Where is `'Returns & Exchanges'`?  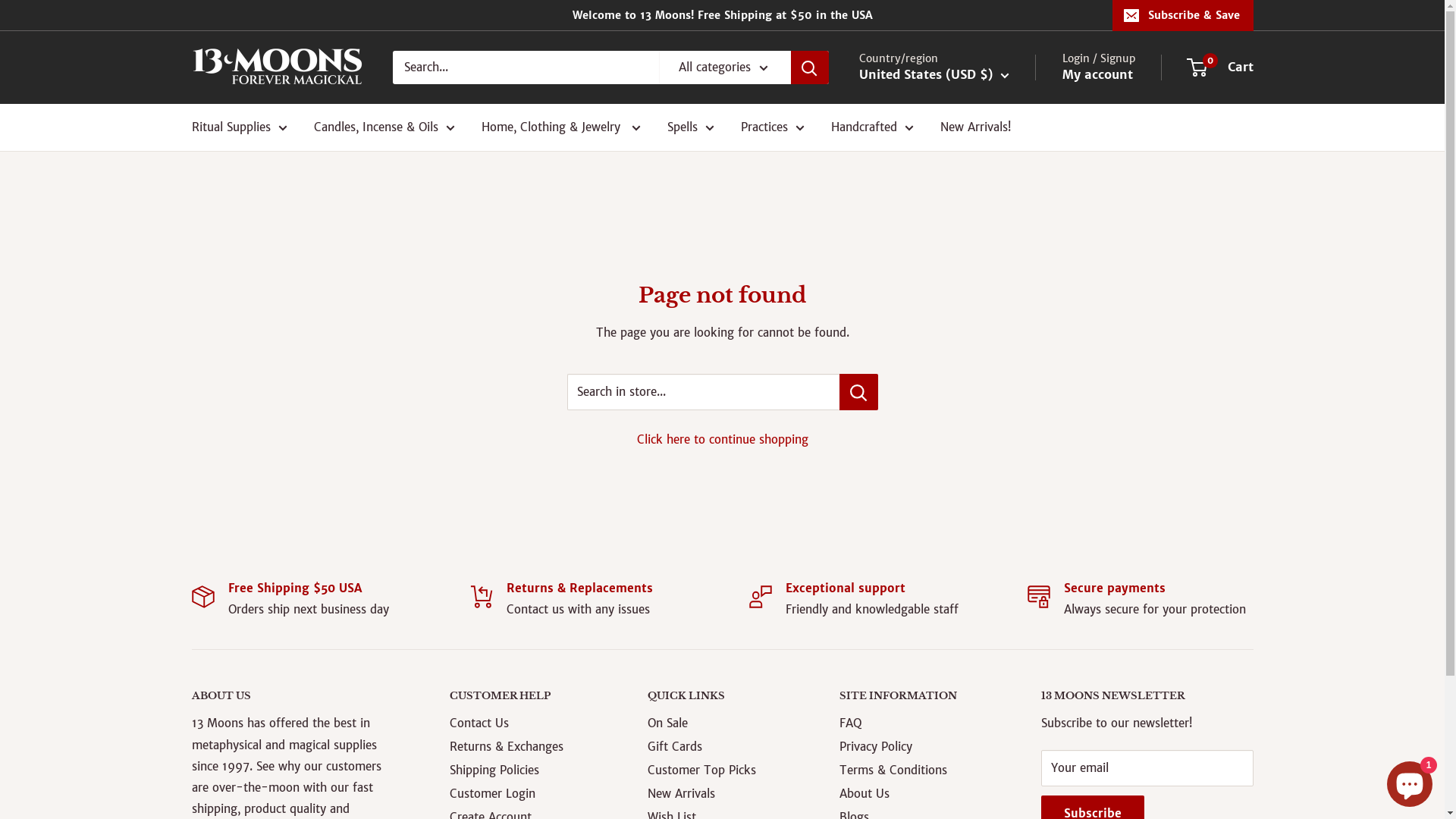
'Returns & Exchanges' is located at coordinates (522, 745).